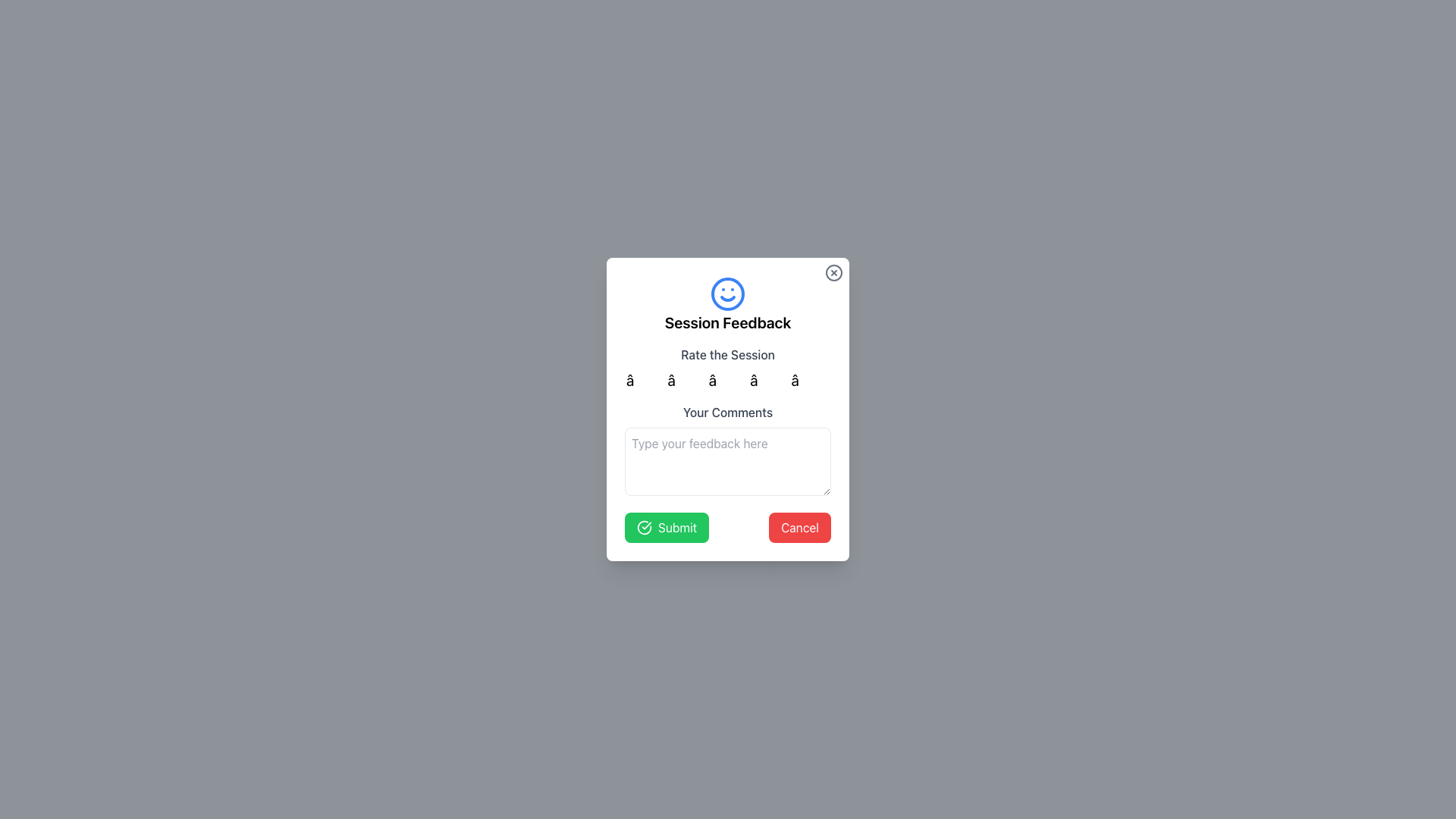  I want to click on the green 'Submit' button with a circular check icon, so click(667, 526).